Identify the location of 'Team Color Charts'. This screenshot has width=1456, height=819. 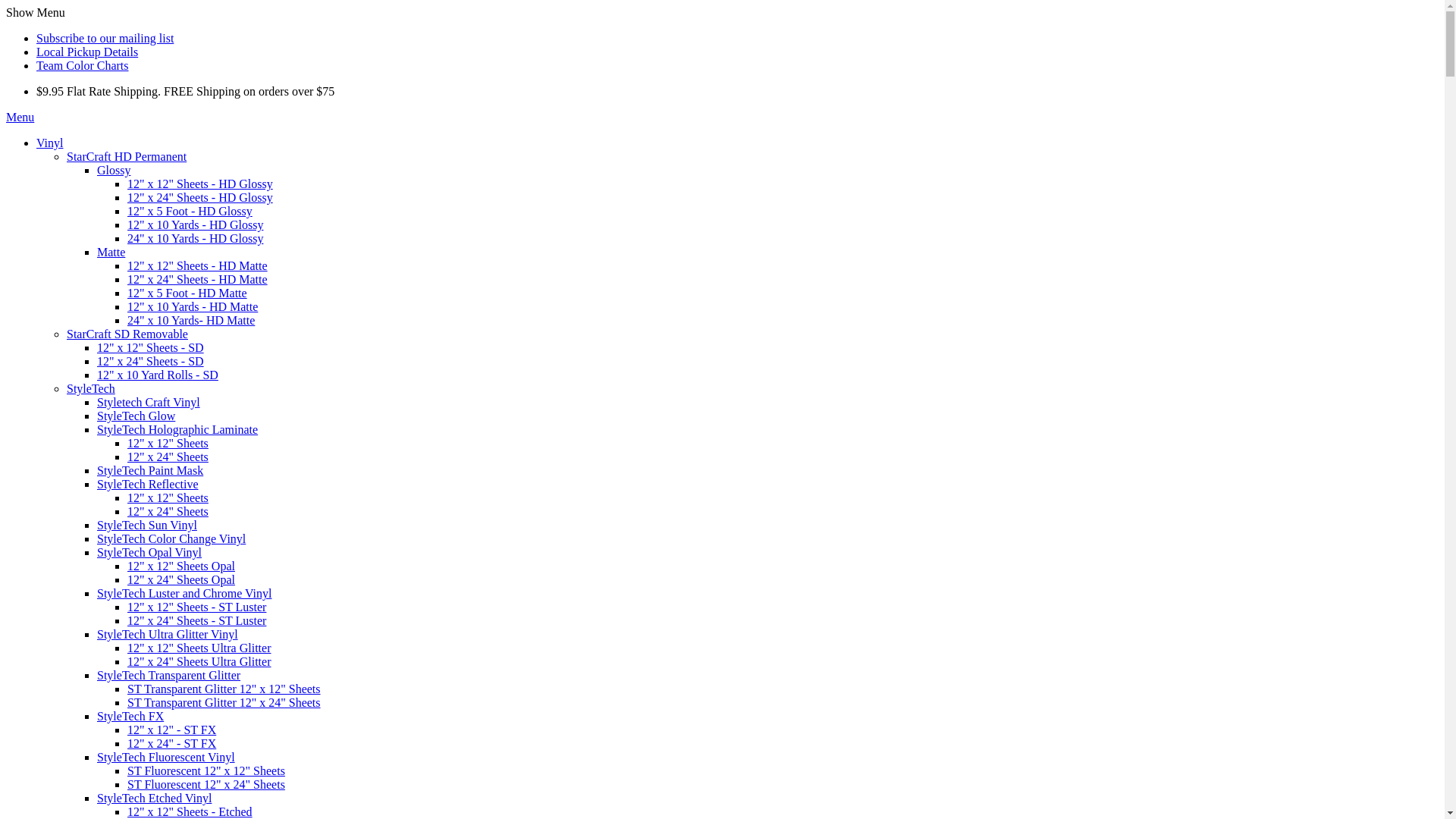
(82, 64).